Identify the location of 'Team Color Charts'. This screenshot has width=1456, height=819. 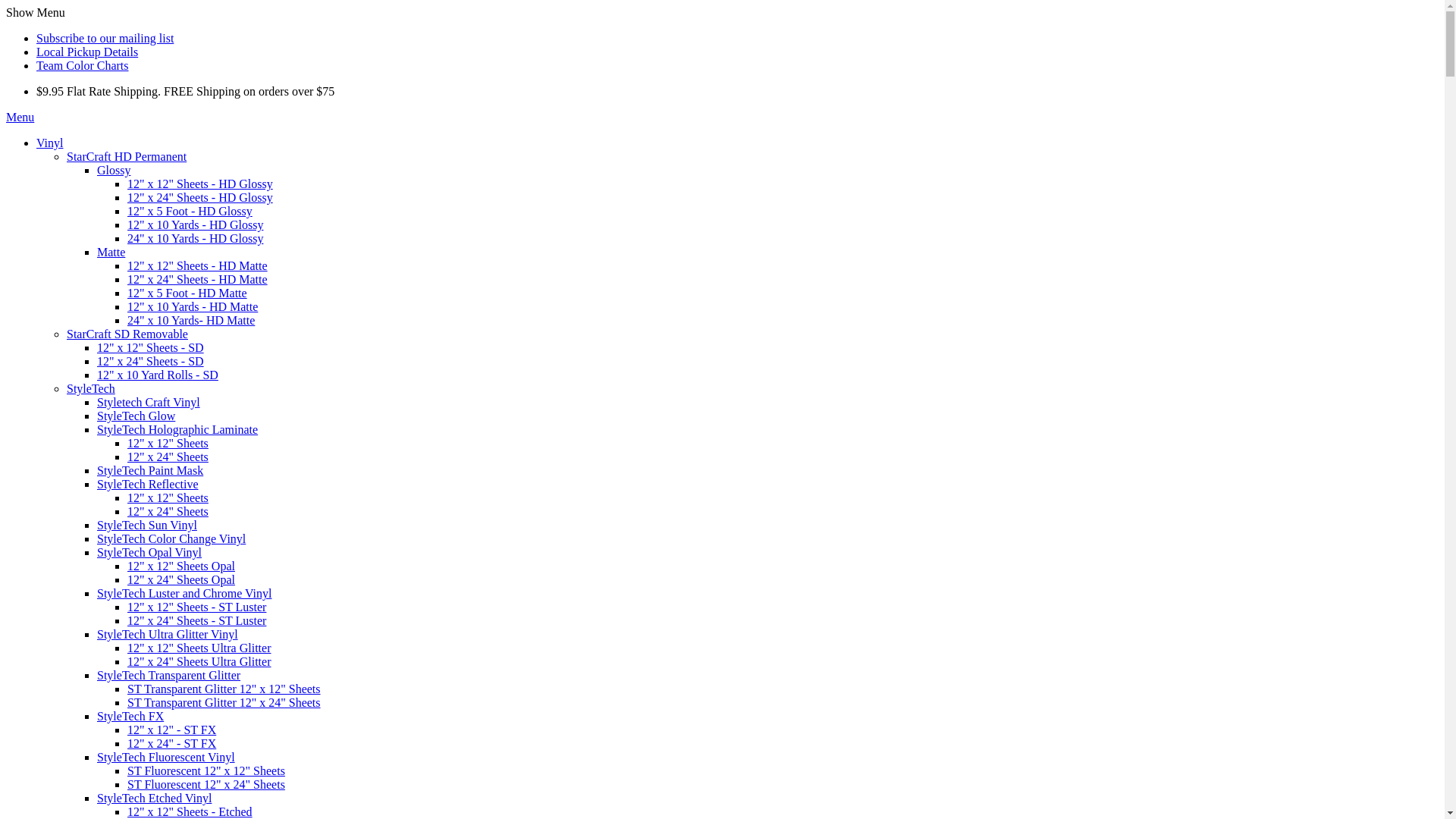
(82, 64).